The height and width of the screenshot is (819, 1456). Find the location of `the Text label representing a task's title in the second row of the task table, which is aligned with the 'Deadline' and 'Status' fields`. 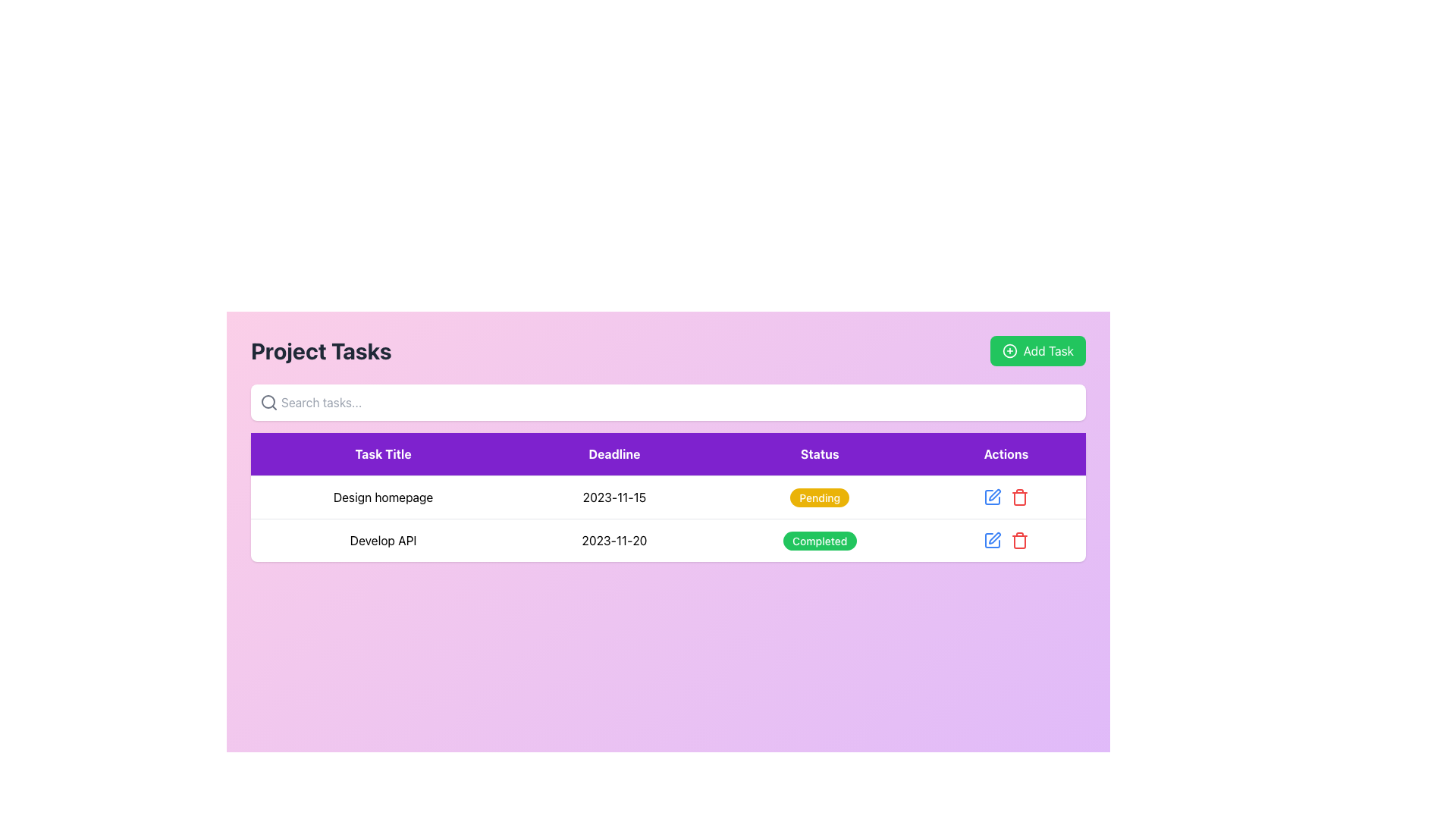

the Text label representing a task's title in the second row of the task table, which is aligned with the 'Deadline' and 'Status' fields is located at coordinates (383, 539).